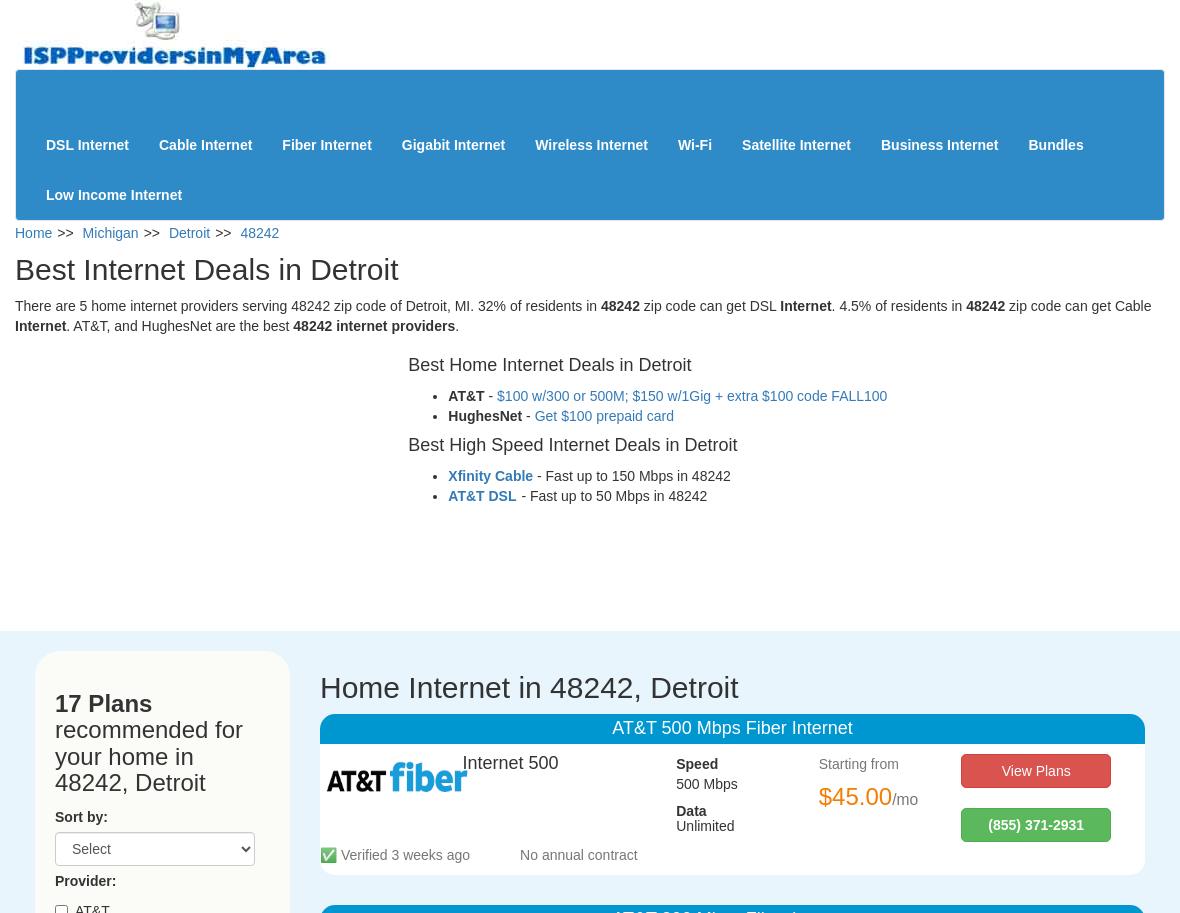 The width and height of the screenshot is (1180, 913). I want to click on '.', so click(457, 325).